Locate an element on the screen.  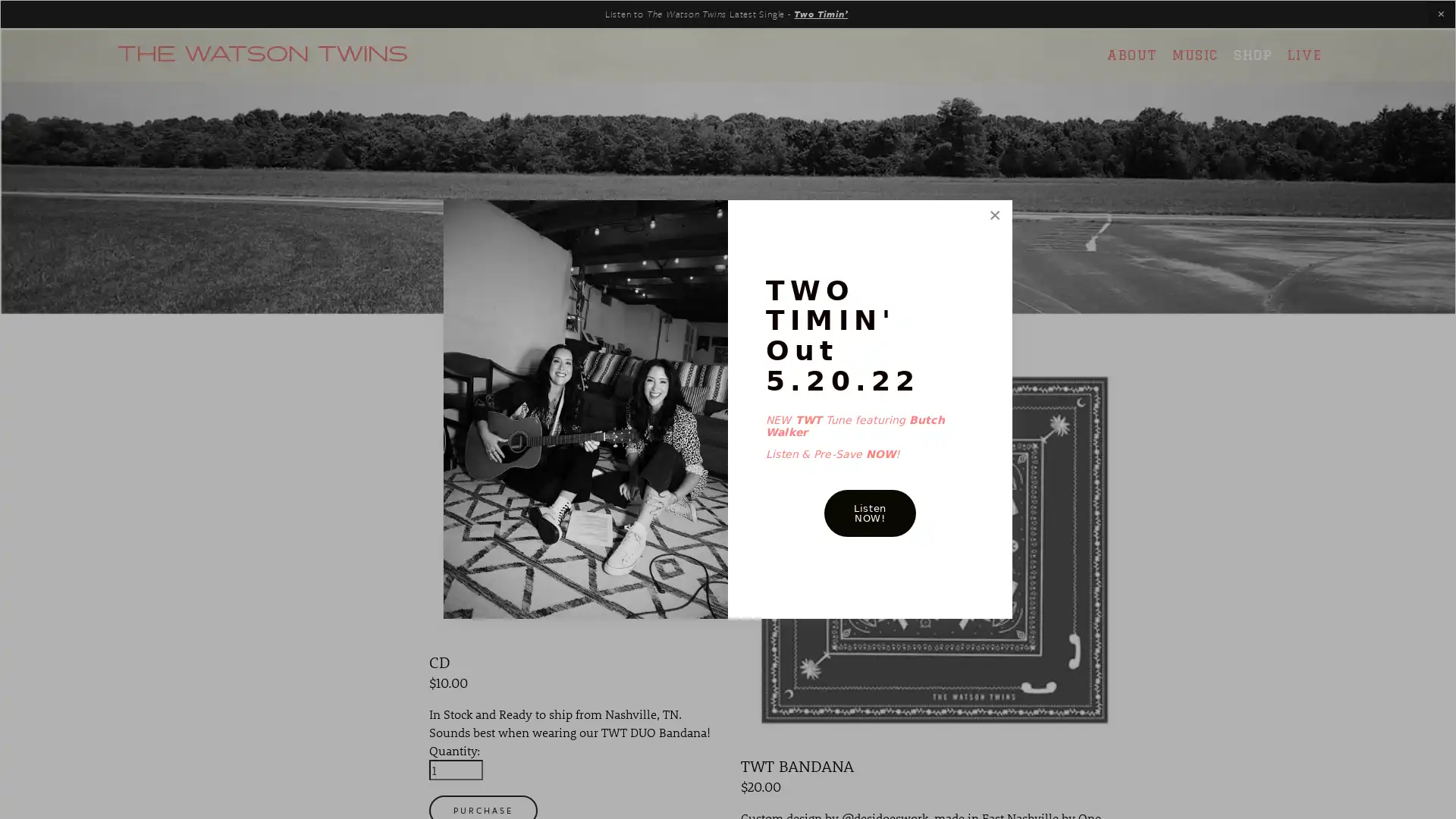
Close is located at coordinates (994, 216).